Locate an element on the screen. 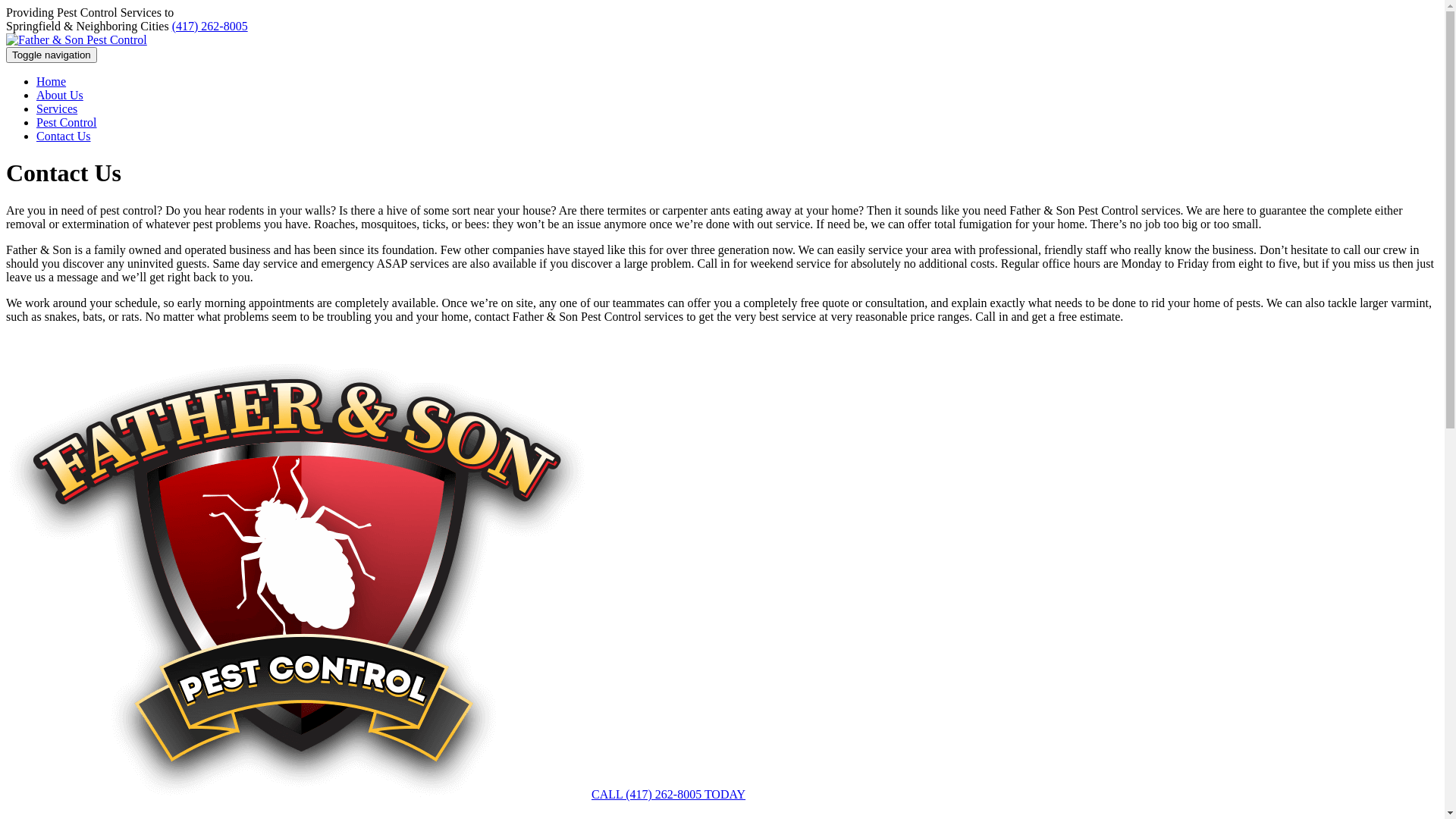  'Contact Us' is located at coordinates (36, 135).